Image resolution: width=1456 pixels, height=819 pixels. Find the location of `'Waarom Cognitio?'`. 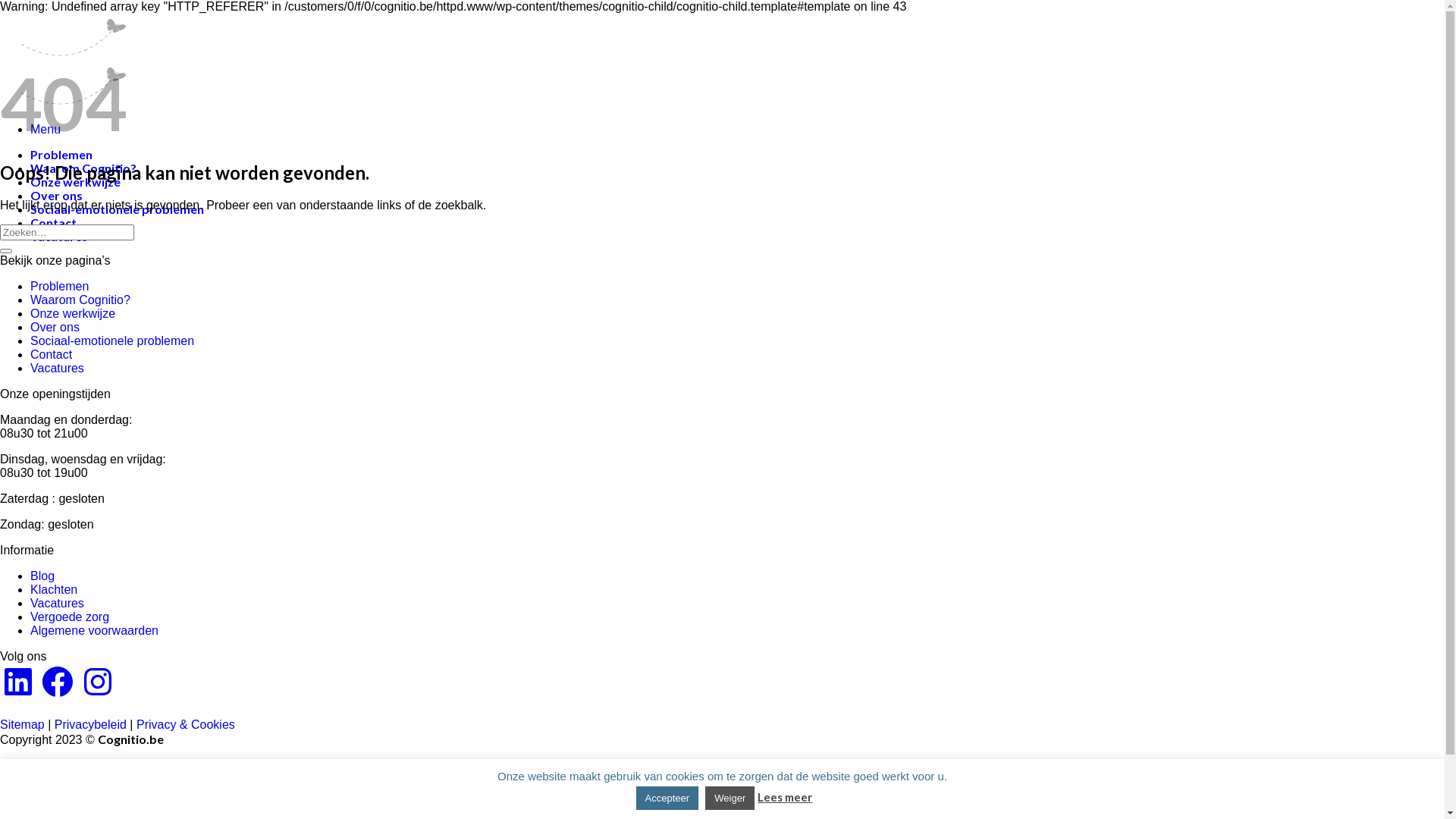

'Waarom Cognitio?' is located at coordinates (79, 300).